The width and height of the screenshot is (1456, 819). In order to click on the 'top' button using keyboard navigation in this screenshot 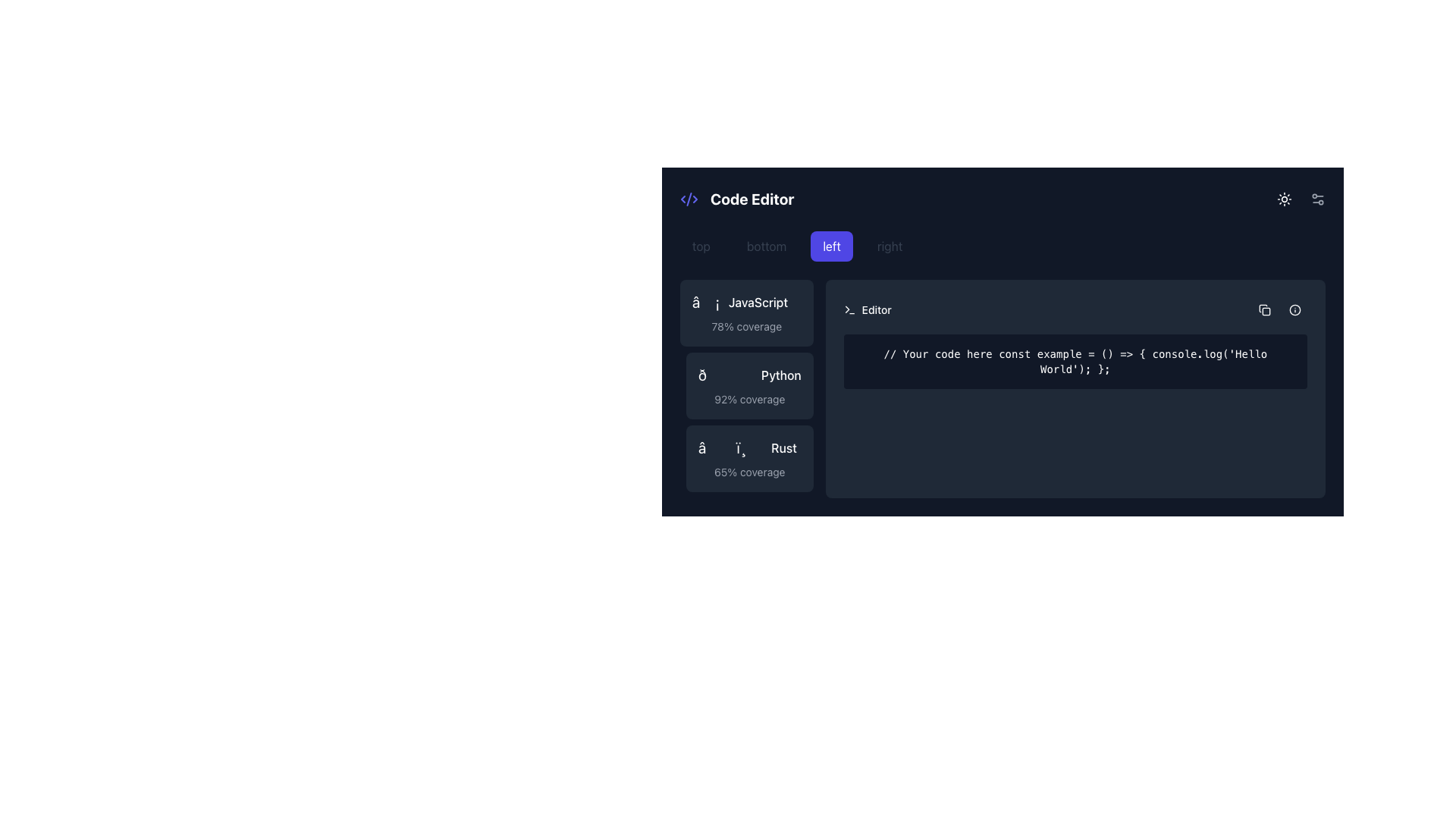, I will do `click(701, 245)`.